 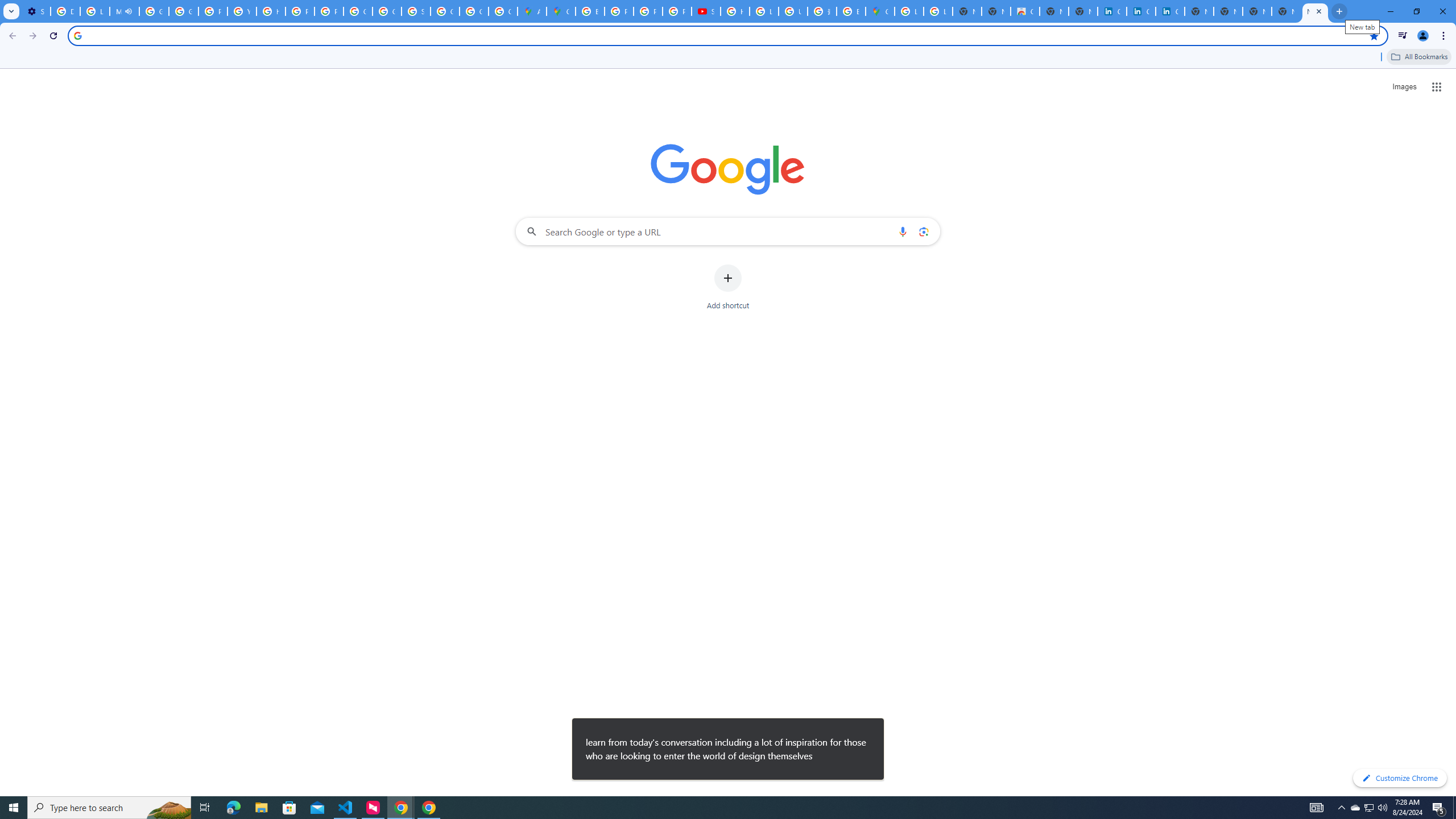 I want to click on 'Create your Google Account', so click(x=503, y=11).